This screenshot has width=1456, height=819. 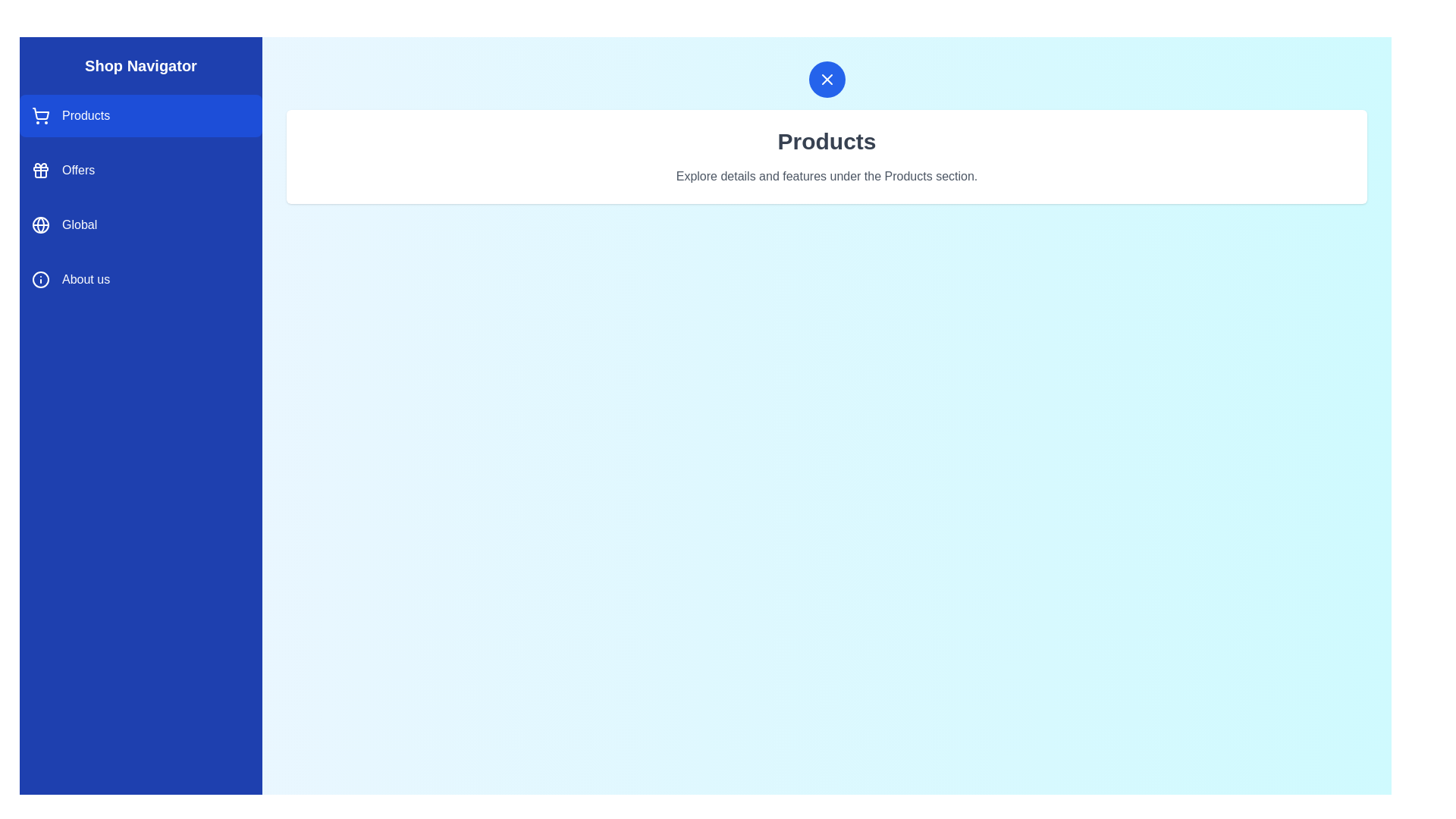 I want to click on the drawer title text to focus on it, so click(x=141, y=65).